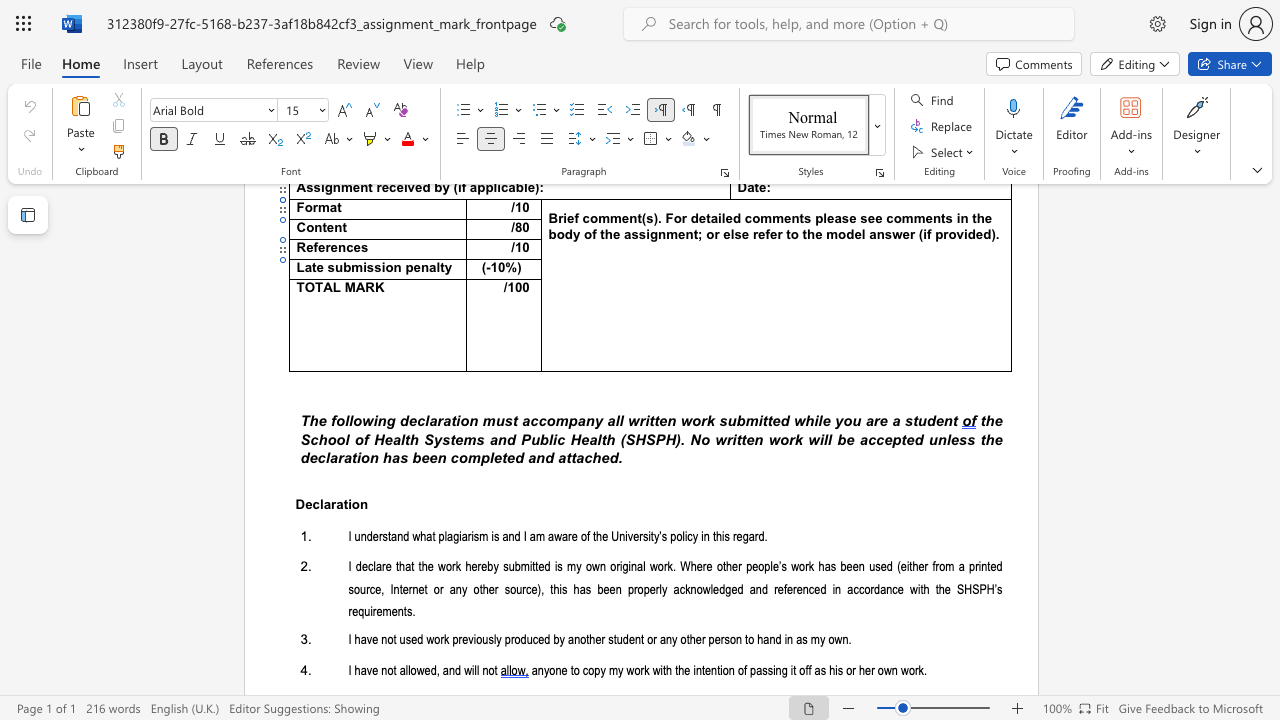 The image size is (1280, 720). Describe the element at coordinates (478, 567) in the screenshot. I see `the 2th character "r" in the text` at that location.